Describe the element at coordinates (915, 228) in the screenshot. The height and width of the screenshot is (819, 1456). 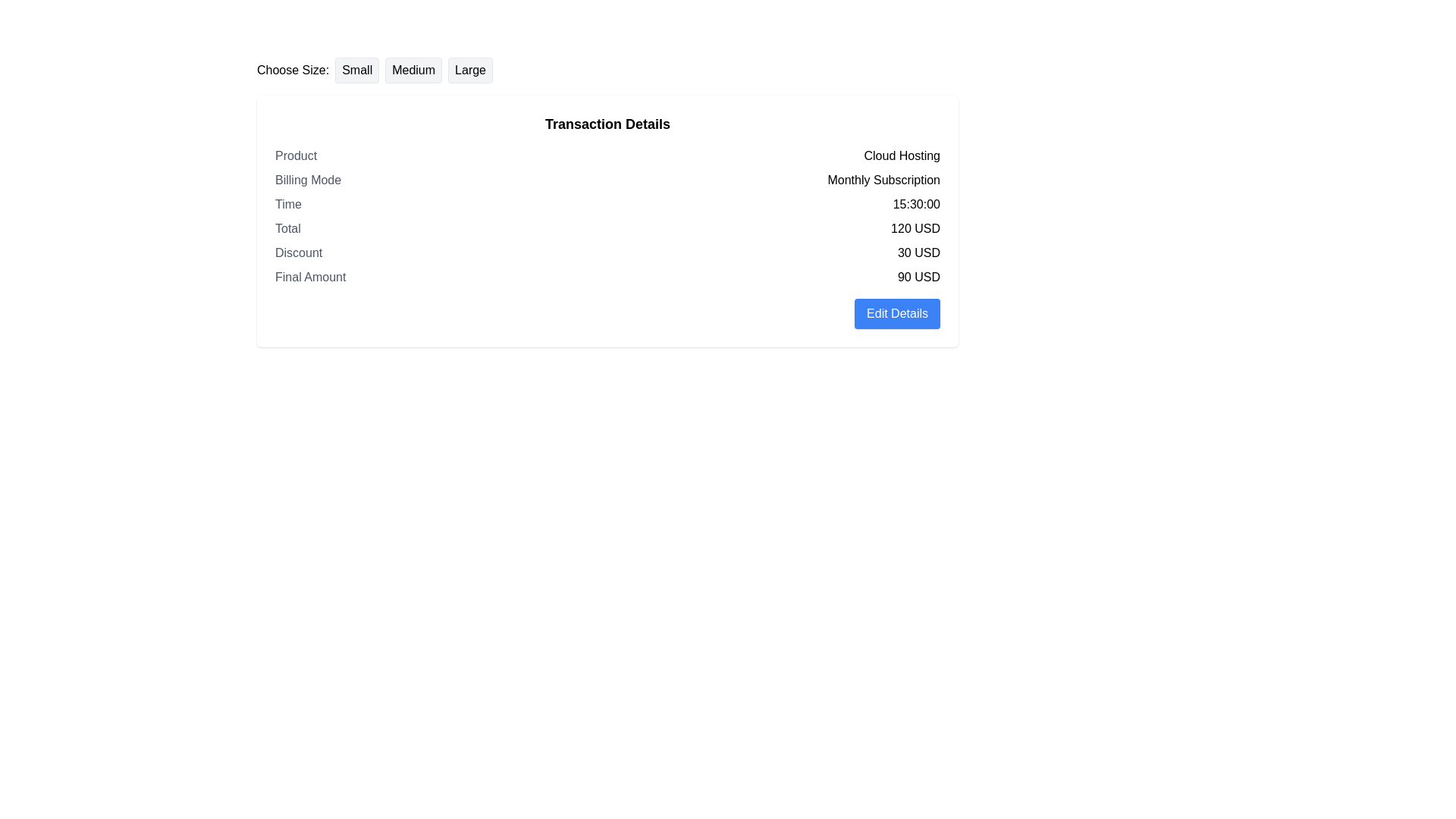
I see `the text display showing '120 USD' in the 'Total' row of the 'Transaction Details' section, which is aligned to the right` at that location.